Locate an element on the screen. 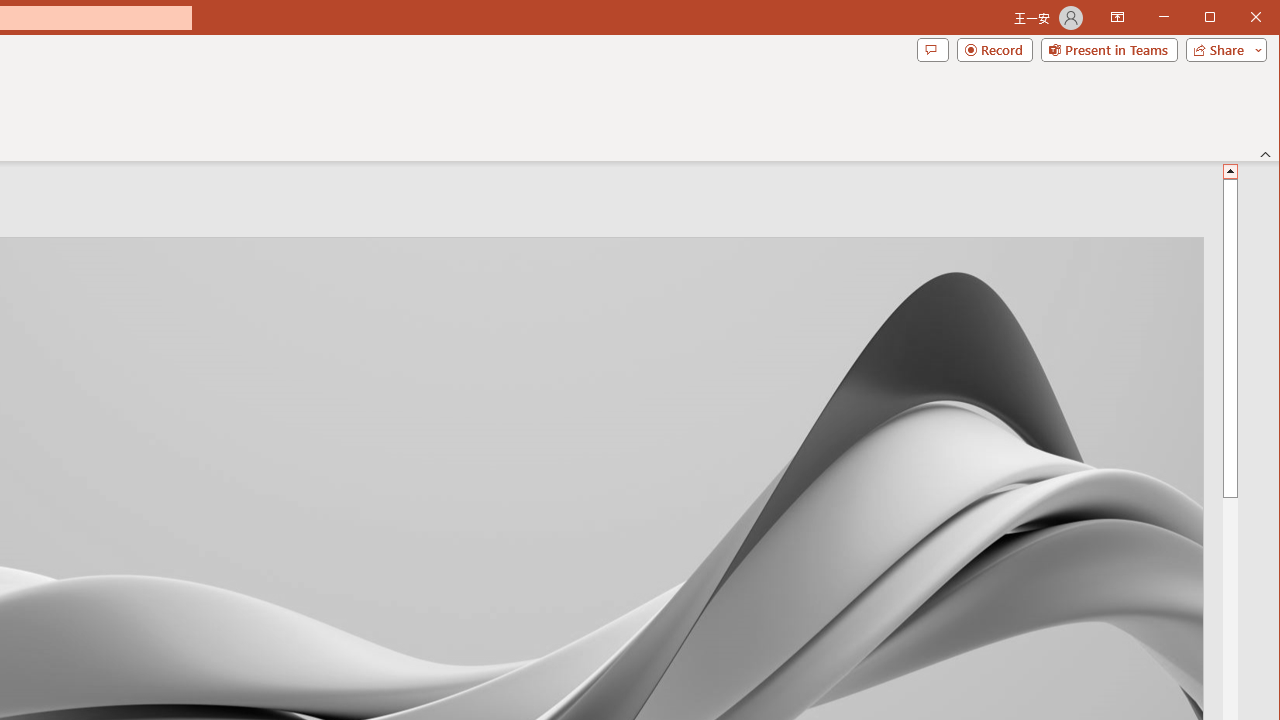 This screenshot has height=720, width=1280. 'Collapse the Ribbon' is located at coordinates (1265, 153).